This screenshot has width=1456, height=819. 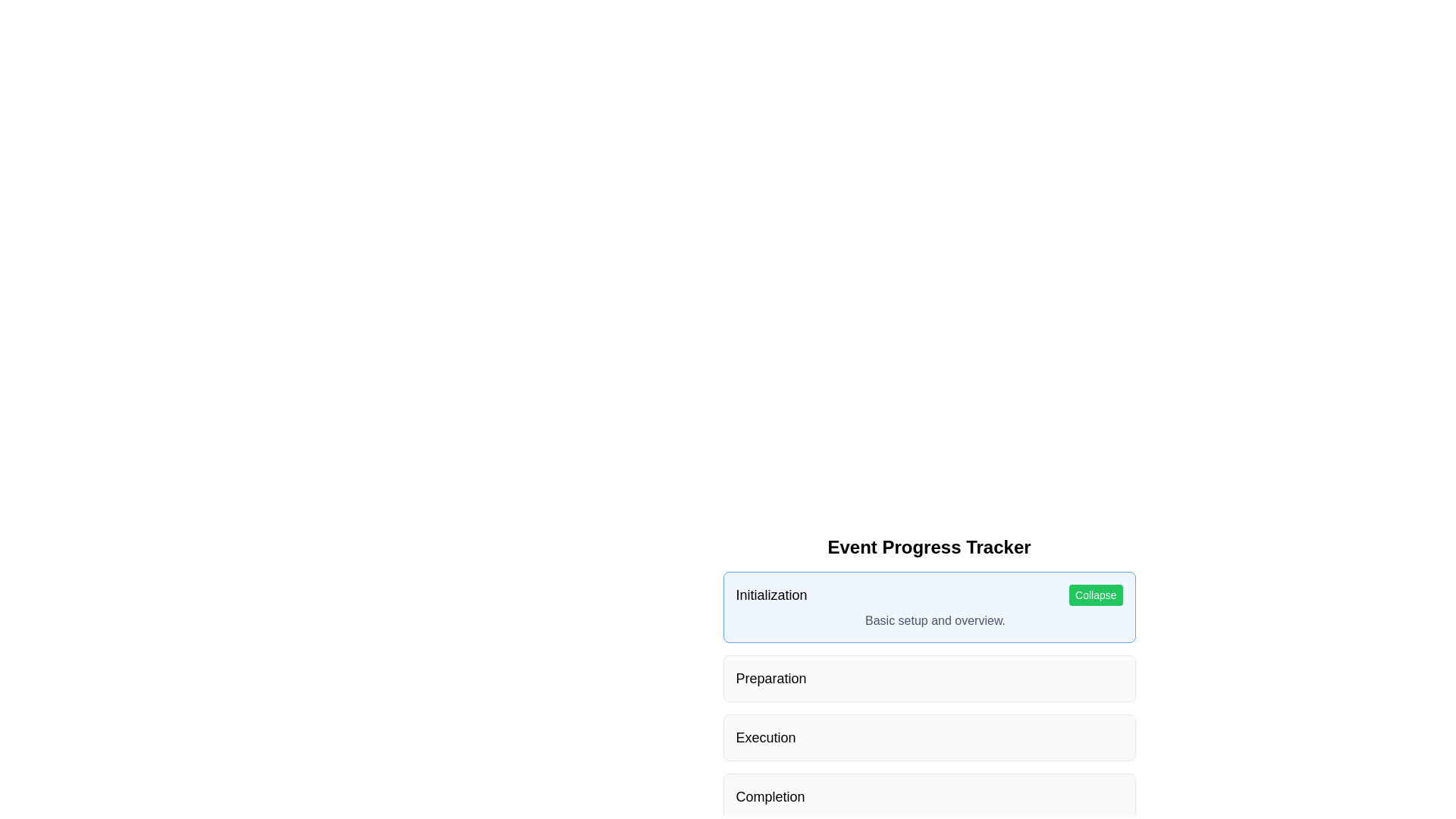 I want to click on the text label styled in gray font that reads 'Basic setup and overview.' located below the 'Initialization' title within the blue-bordered section, so click(x=928, y=620).